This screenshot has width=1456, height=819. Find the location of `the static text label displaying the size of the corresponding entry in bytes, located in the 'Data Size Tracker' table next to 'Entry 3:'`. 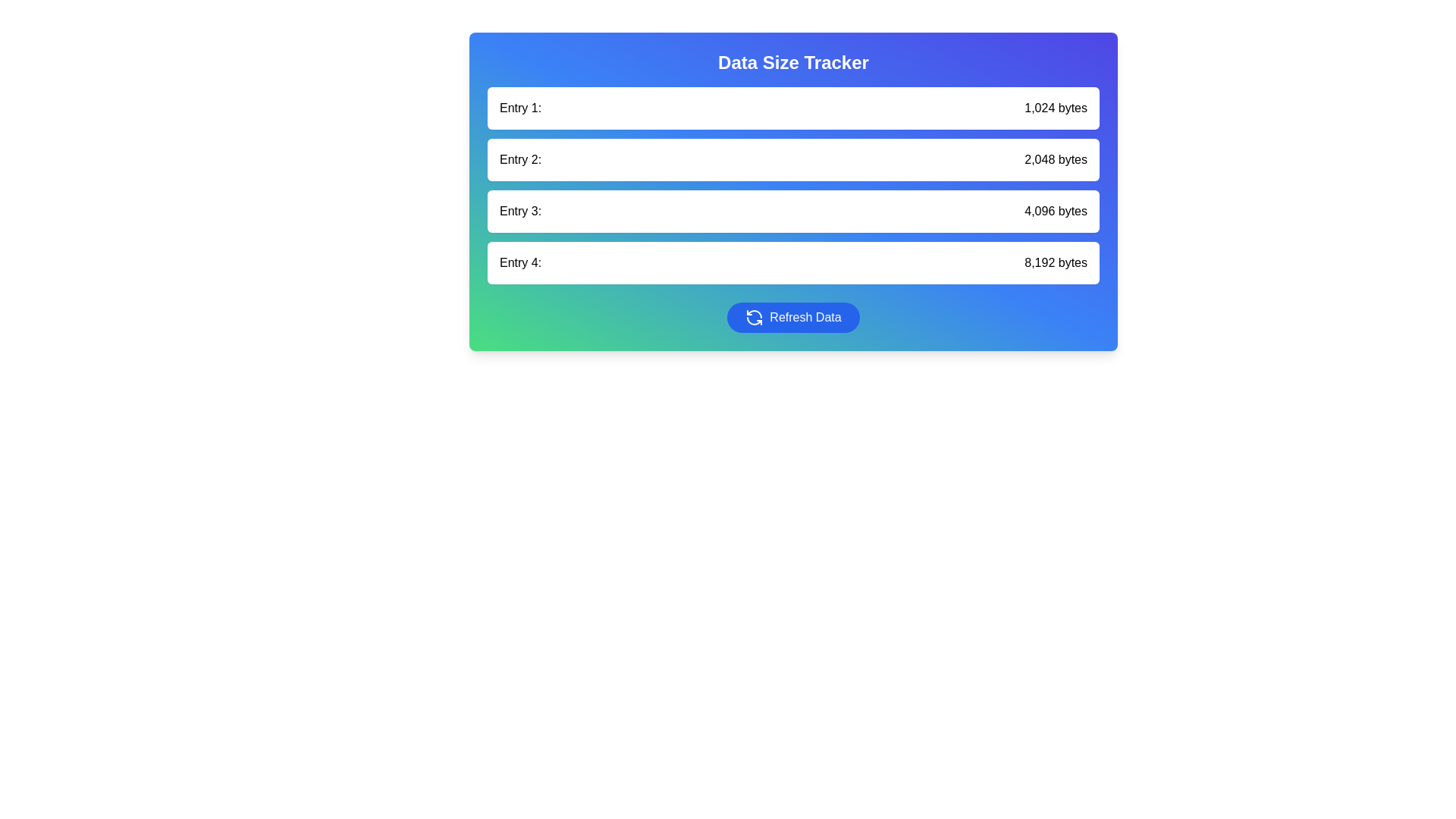

the static text label displaying the size of the corresponding entry in bytes, located in the 'Data Size Tracker' table next to 'Entry 3:' is located at coordinates (1055, 211).